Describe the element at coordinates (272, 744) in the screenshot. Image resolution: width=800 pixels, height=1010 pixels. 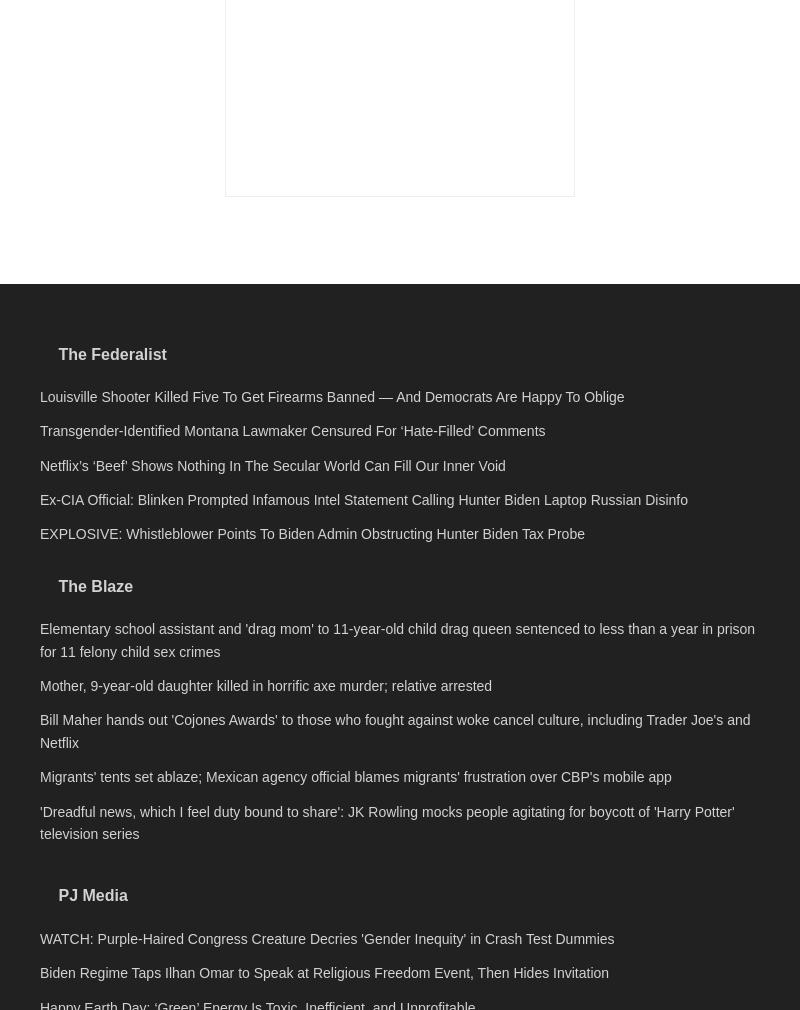
I see `'Netflix’s ‘Beef’ Shows Nothing In The Secular World Can Fill Our Inner Void'` at that location.